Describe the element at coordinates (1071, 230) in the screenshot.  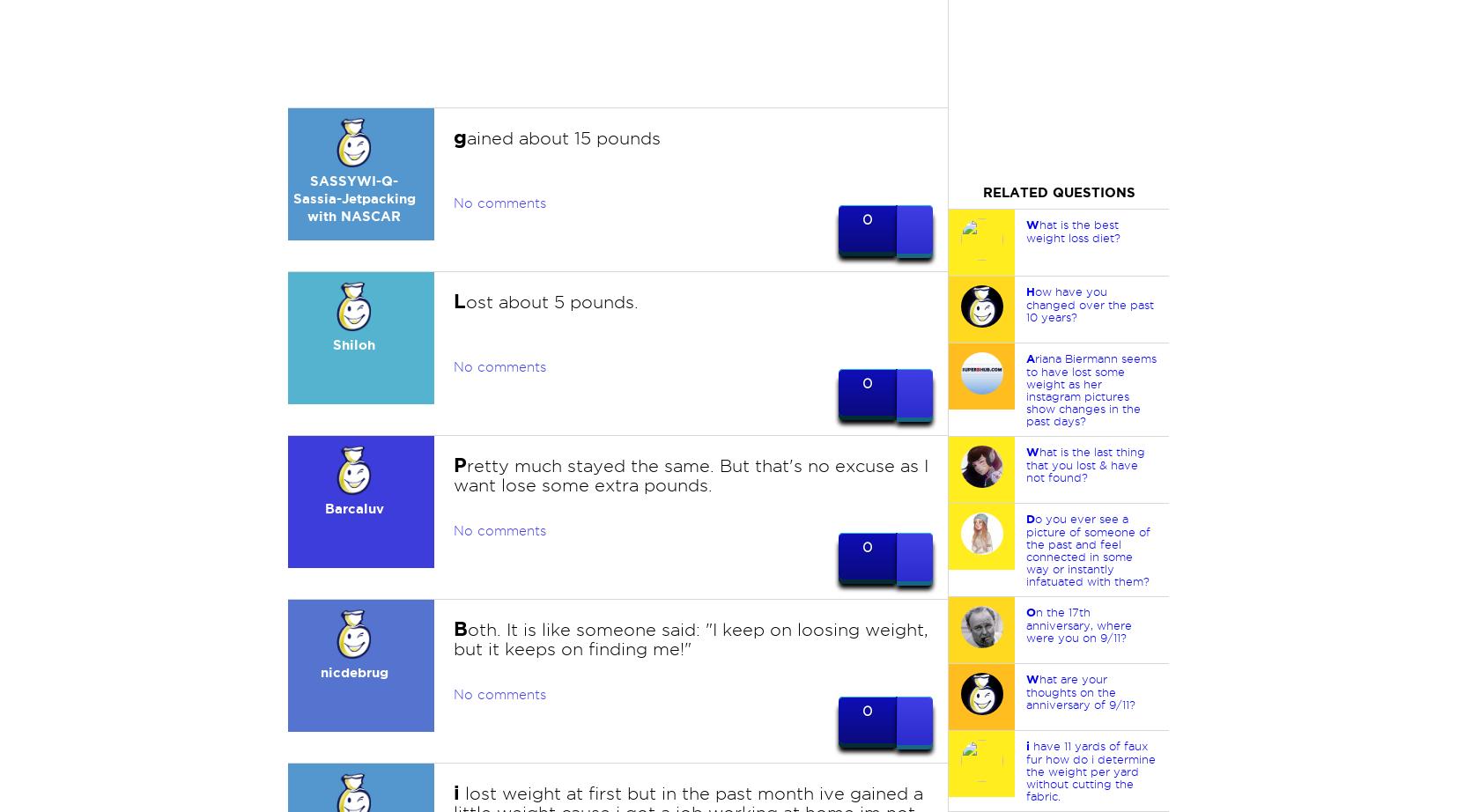
I see `'hat is the best weight loss diet?'` at that location.